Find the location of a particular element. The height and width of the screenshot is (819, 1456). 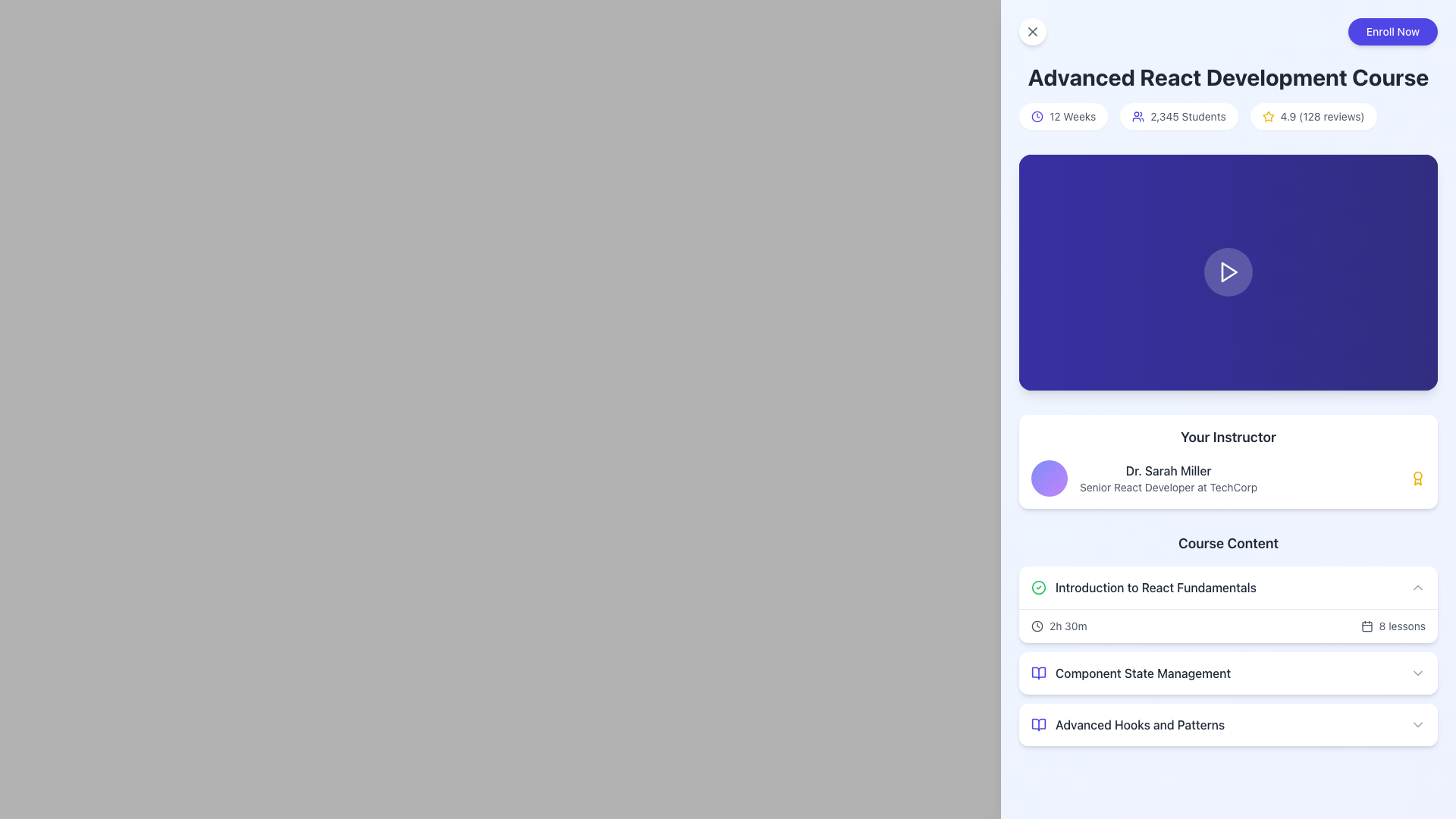

the 'lucide-book-open' SVG icon located in the 'Advanced Hooks and Patterns' section under 'Course Content' in the sidebar, which is visually aligned to the left of the section title is located at coordinates (1037, 723).